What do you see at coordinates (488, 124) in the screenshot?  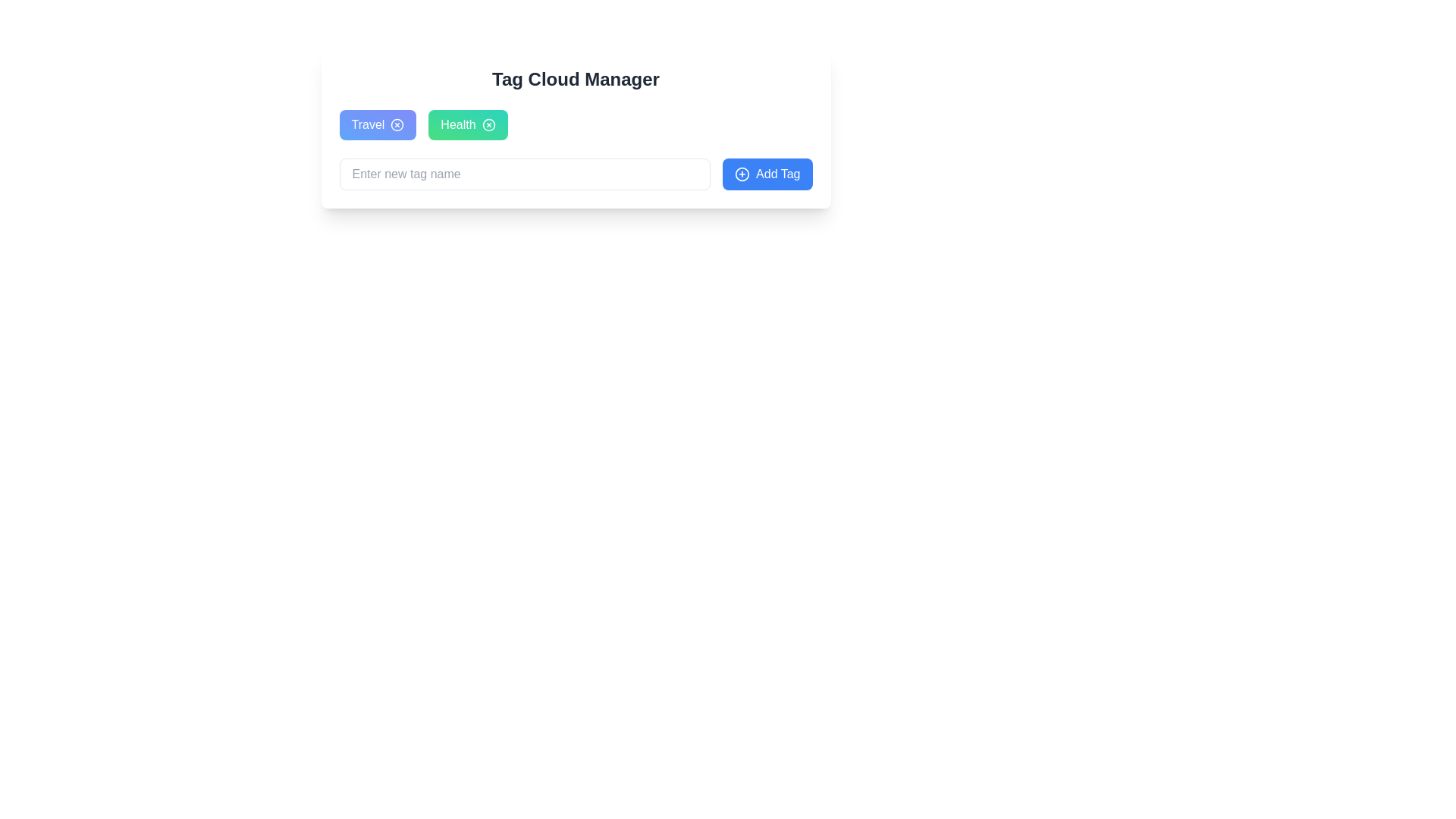 I see `the interactive close or delete button located to the right of the green 'Health' button` at bounding box center [488, 124].